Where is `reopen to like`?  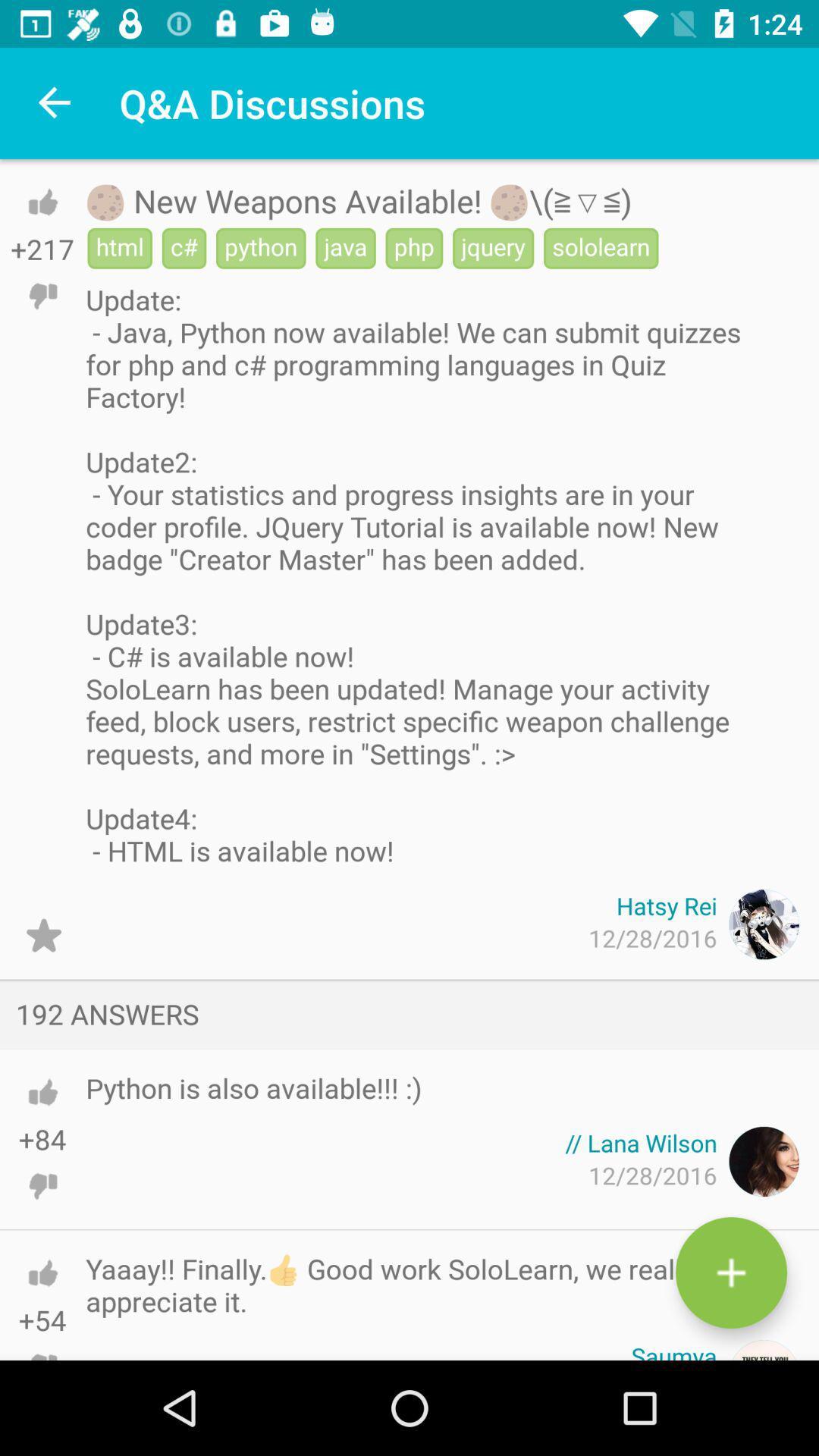
reopen to like is located at coordinates (42, 201).